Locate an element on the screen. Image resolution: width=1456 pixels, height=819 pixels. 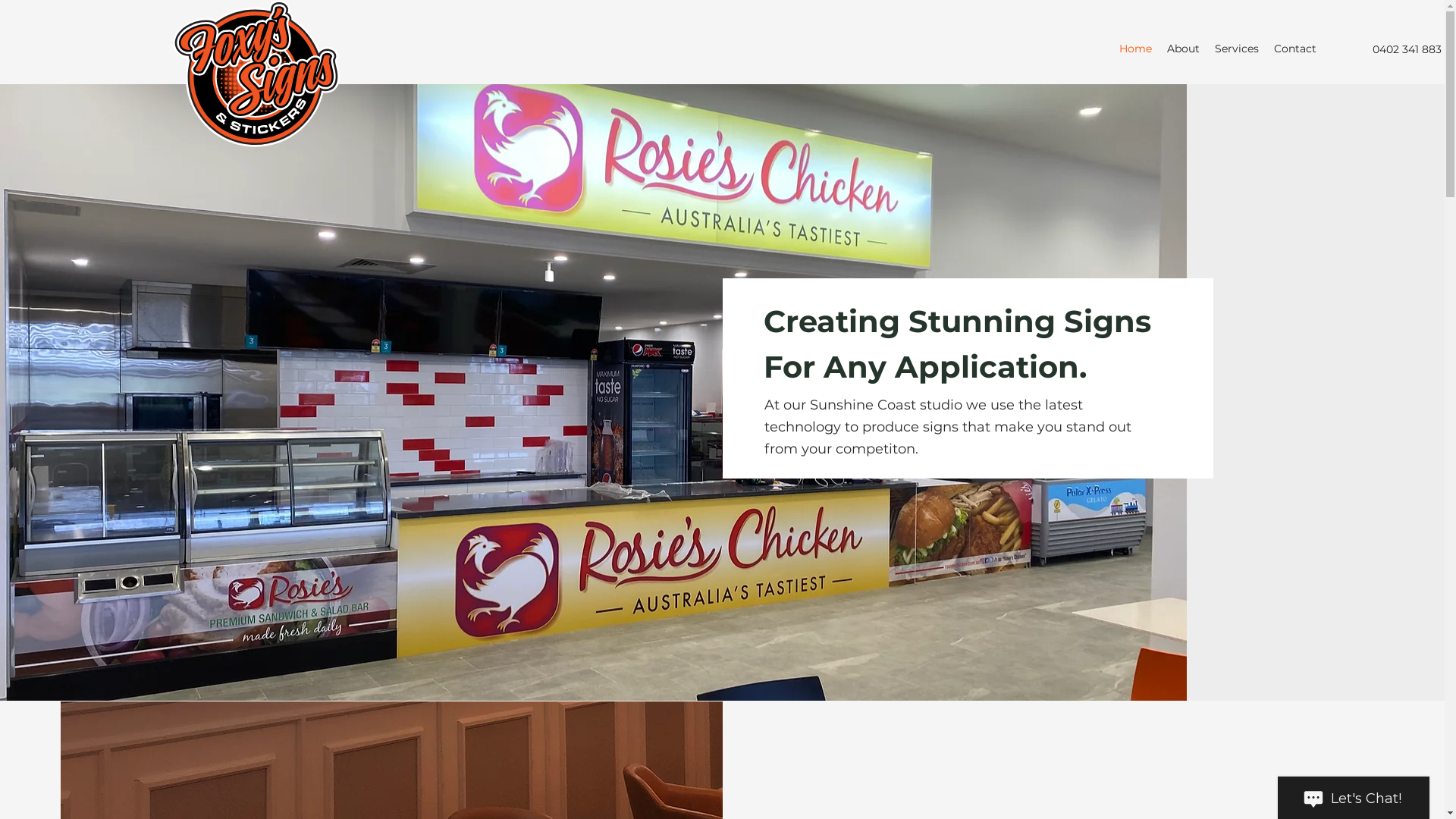
'Contact' is located at coordinates (1266, 48).